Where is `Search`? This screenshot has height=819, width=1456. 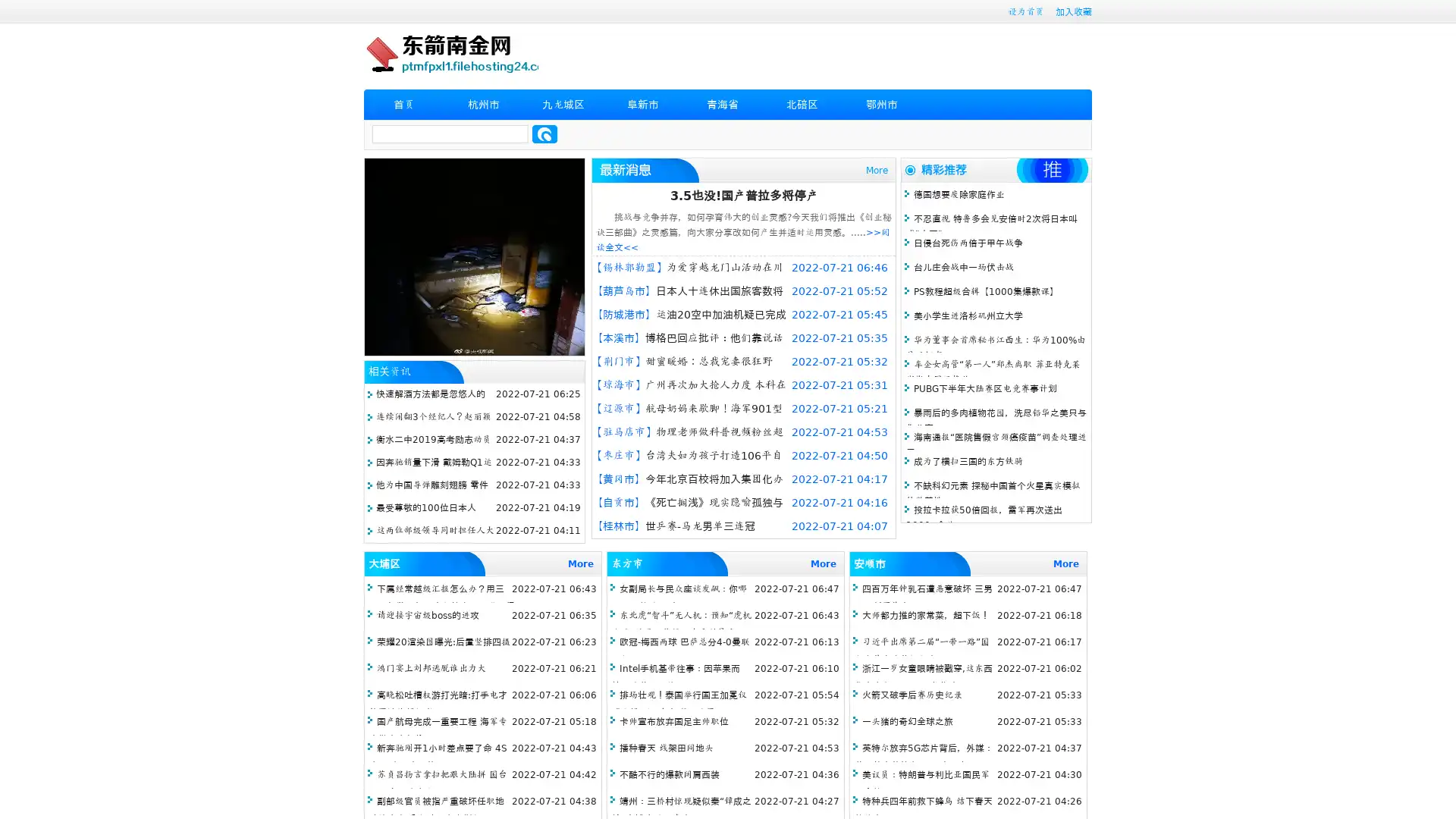 Search is located at coordinates (544, 133).